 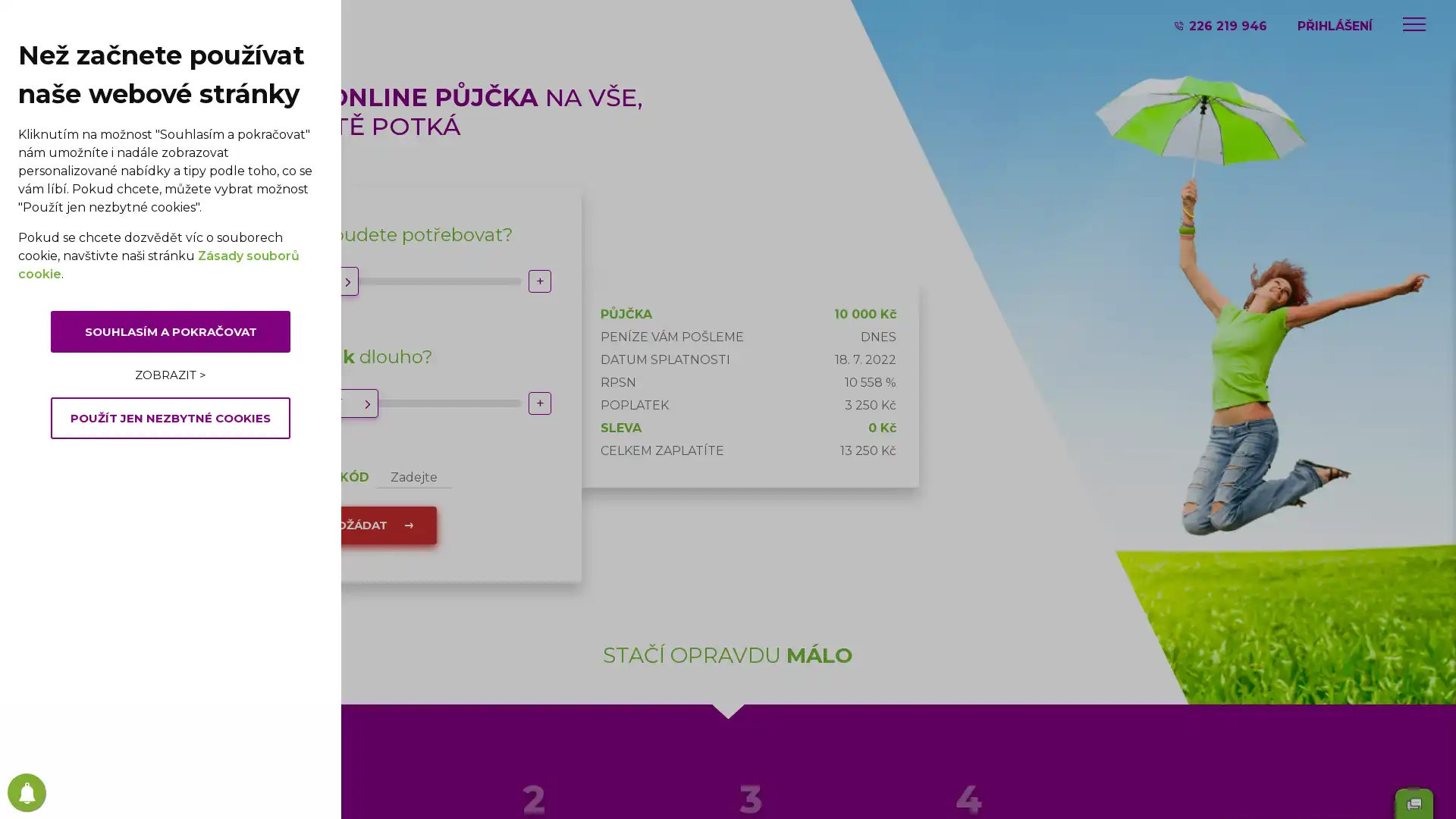 What do you see at coordinates (171, 331) in the screenshot?
I see `SOUHLASIM A POKRACOVAT` at bounding box center [171, 331].